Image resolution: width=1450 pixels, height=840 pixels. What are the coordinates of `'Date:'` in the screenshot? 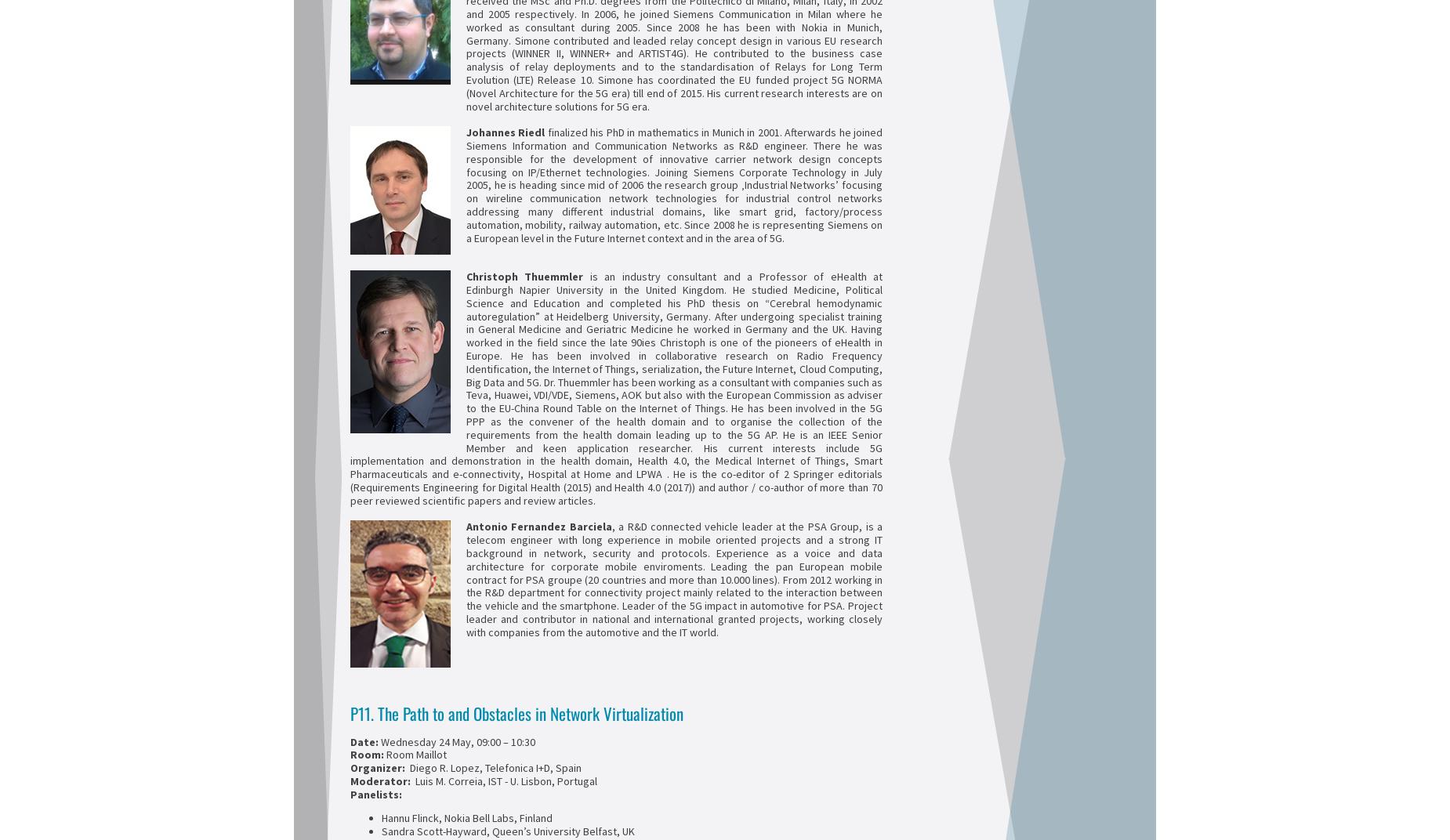 It's located at (365, 740).